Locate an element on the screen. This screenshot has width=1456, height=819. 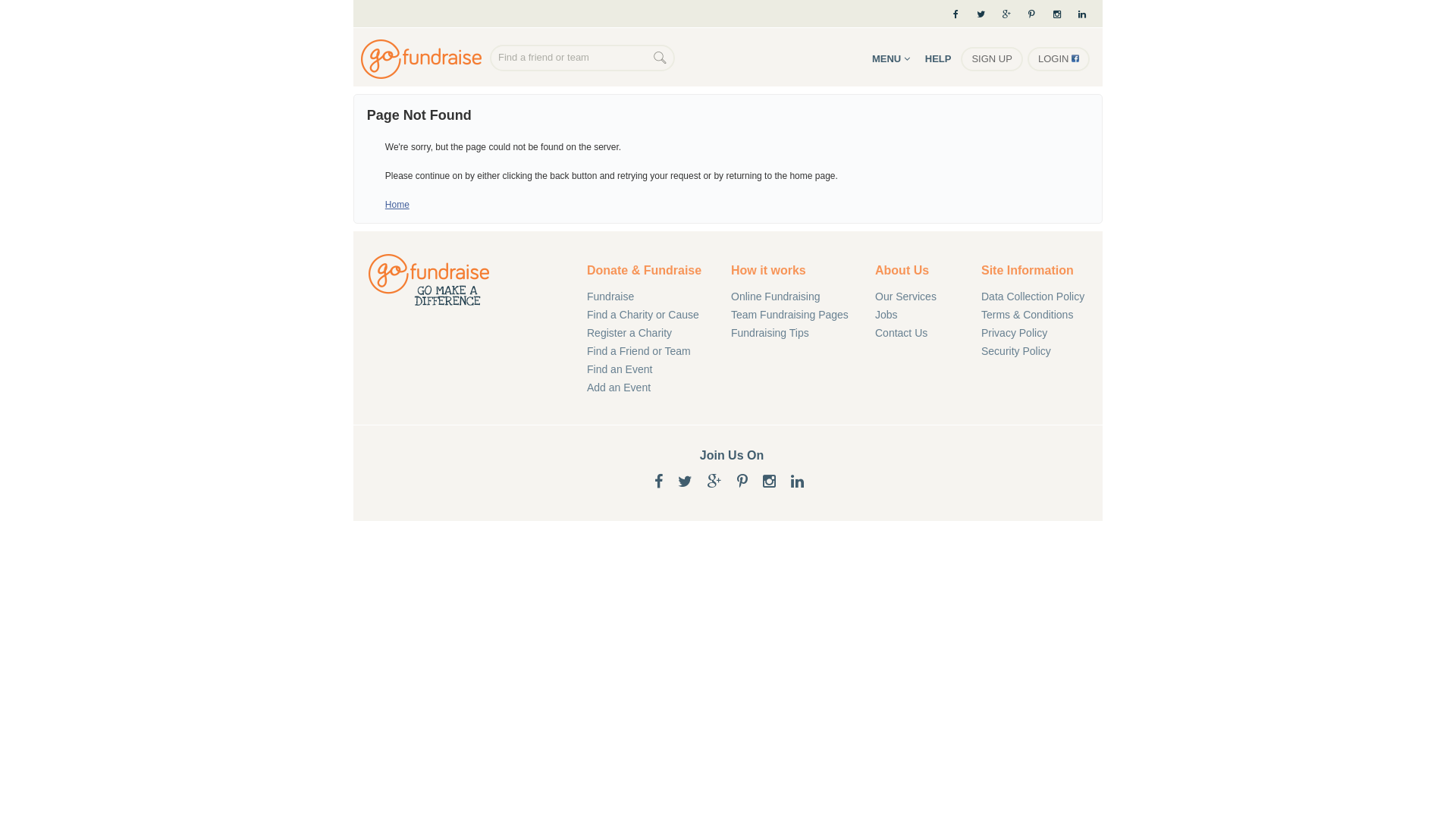
'MENU' is located at coordinates (891, 58).